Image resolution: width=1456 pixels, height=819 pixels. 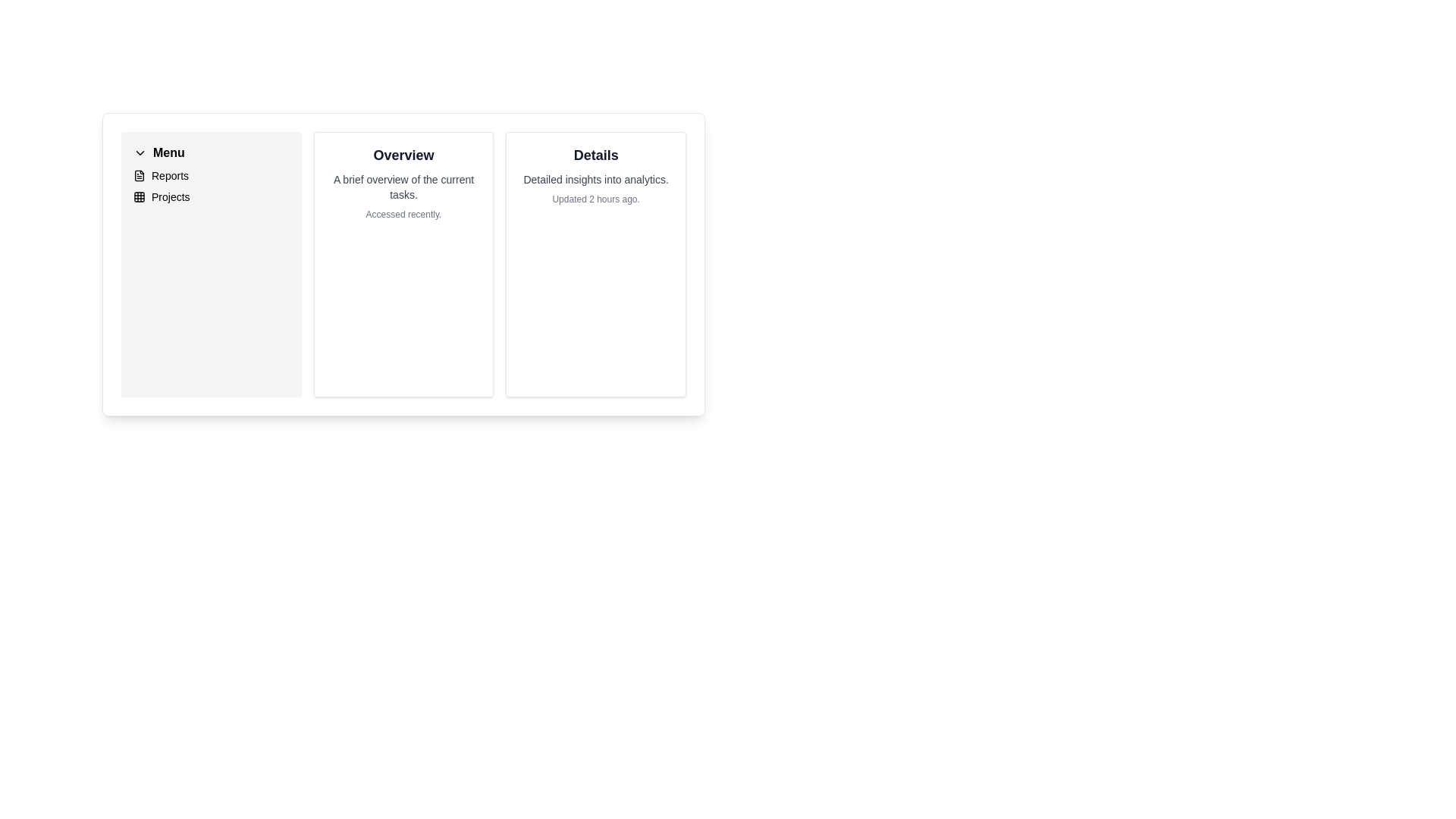 What do you see at coordinates (595, 155) in the screenshot?
I see `text from the static text header or label at the top of the rightmost card, which serves as the title indicating the card's content or purpose` at bounding box center [595, 155].